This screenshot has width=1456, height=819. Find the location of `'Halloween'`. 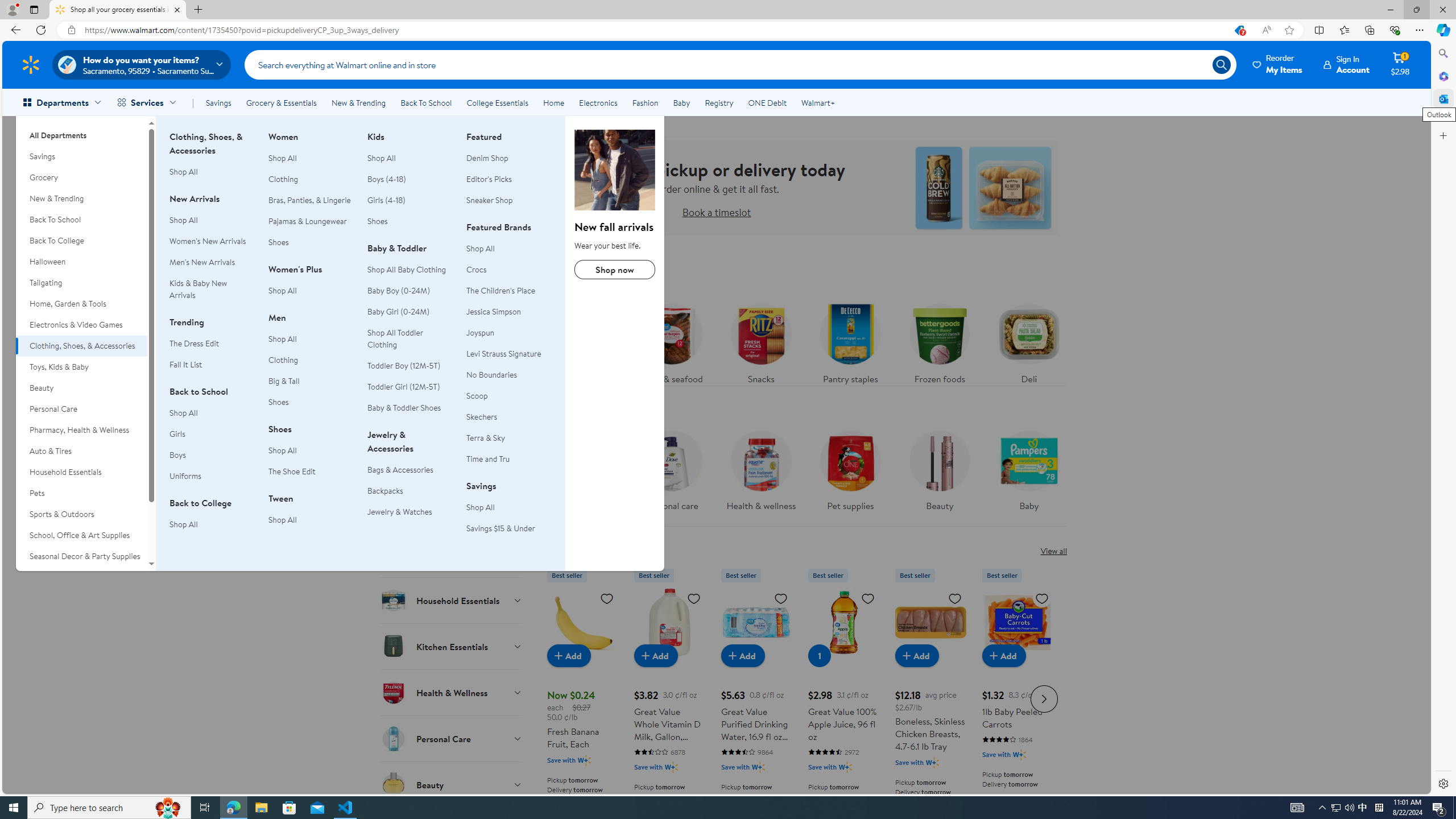

'Halloween' is located at coordinates (81, 261).